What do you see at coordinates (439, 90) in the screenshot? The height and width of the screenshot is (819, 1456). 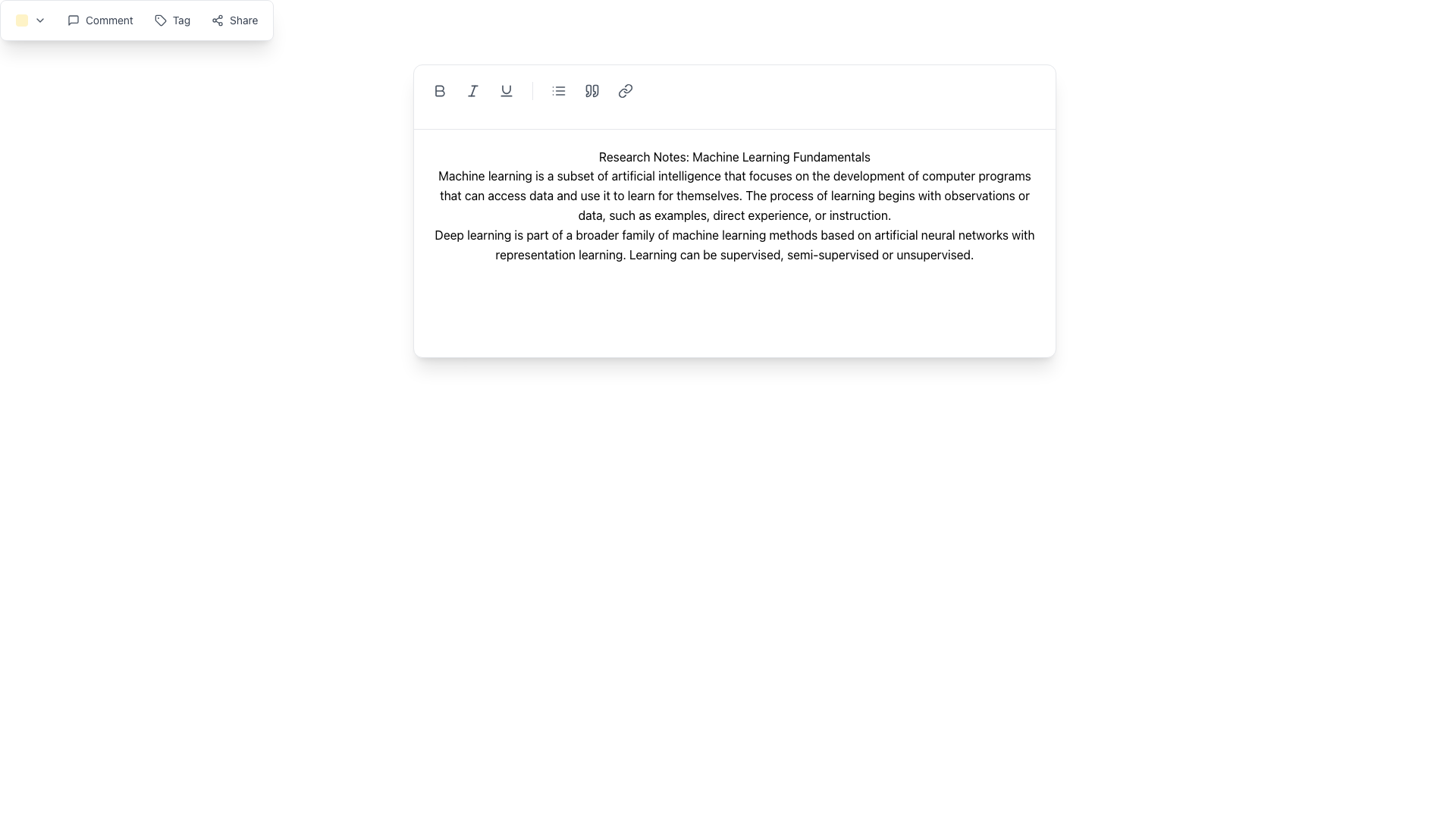 I see `the square button with a bold 'B' icon located in the upper-left section of the toolbar` at bounding box center [439, 90].